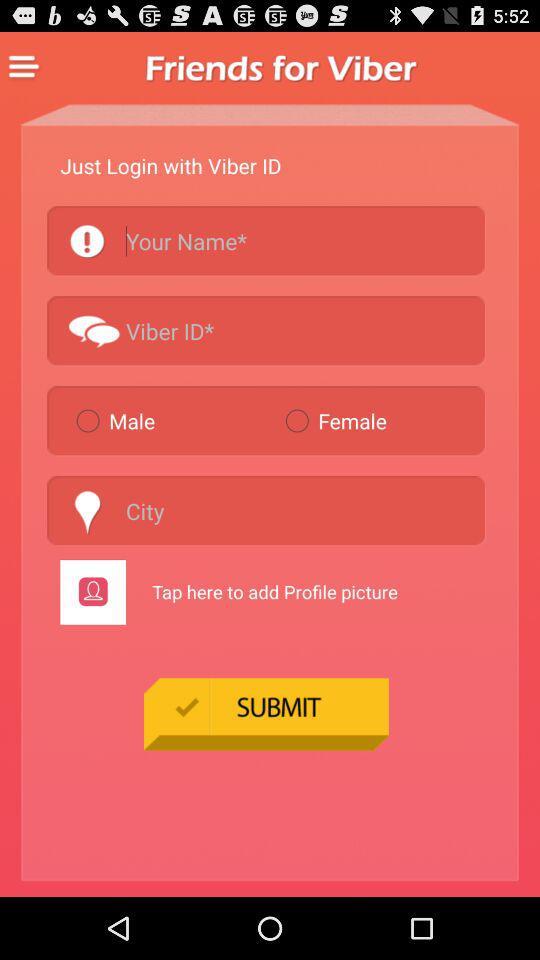 The image size is (540, 960). Describe the element at coordinates (266, 509) in the screenshot. I see `city` at that location.